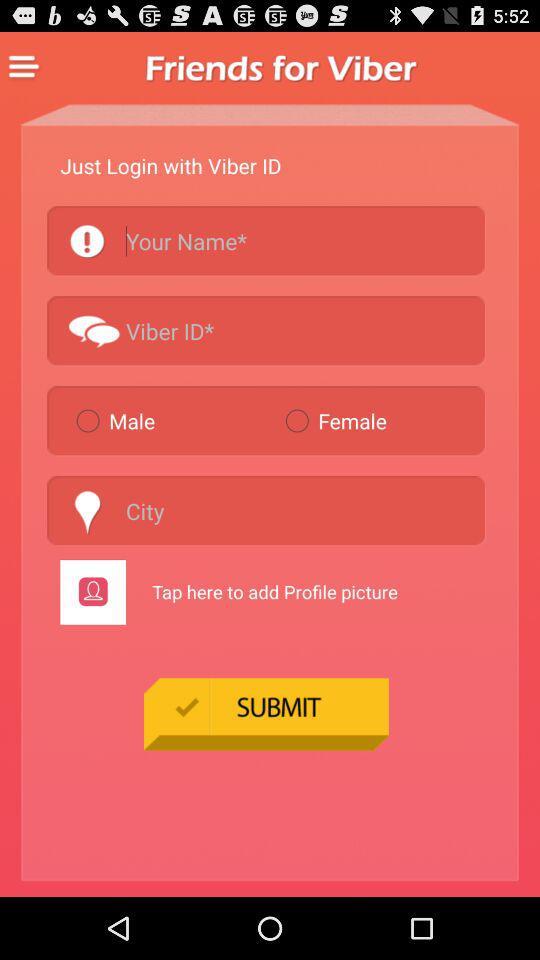 The image size is (540, 960). Describe the element at coordinates (266, 509) in the screenshot. I see `city` at that location.